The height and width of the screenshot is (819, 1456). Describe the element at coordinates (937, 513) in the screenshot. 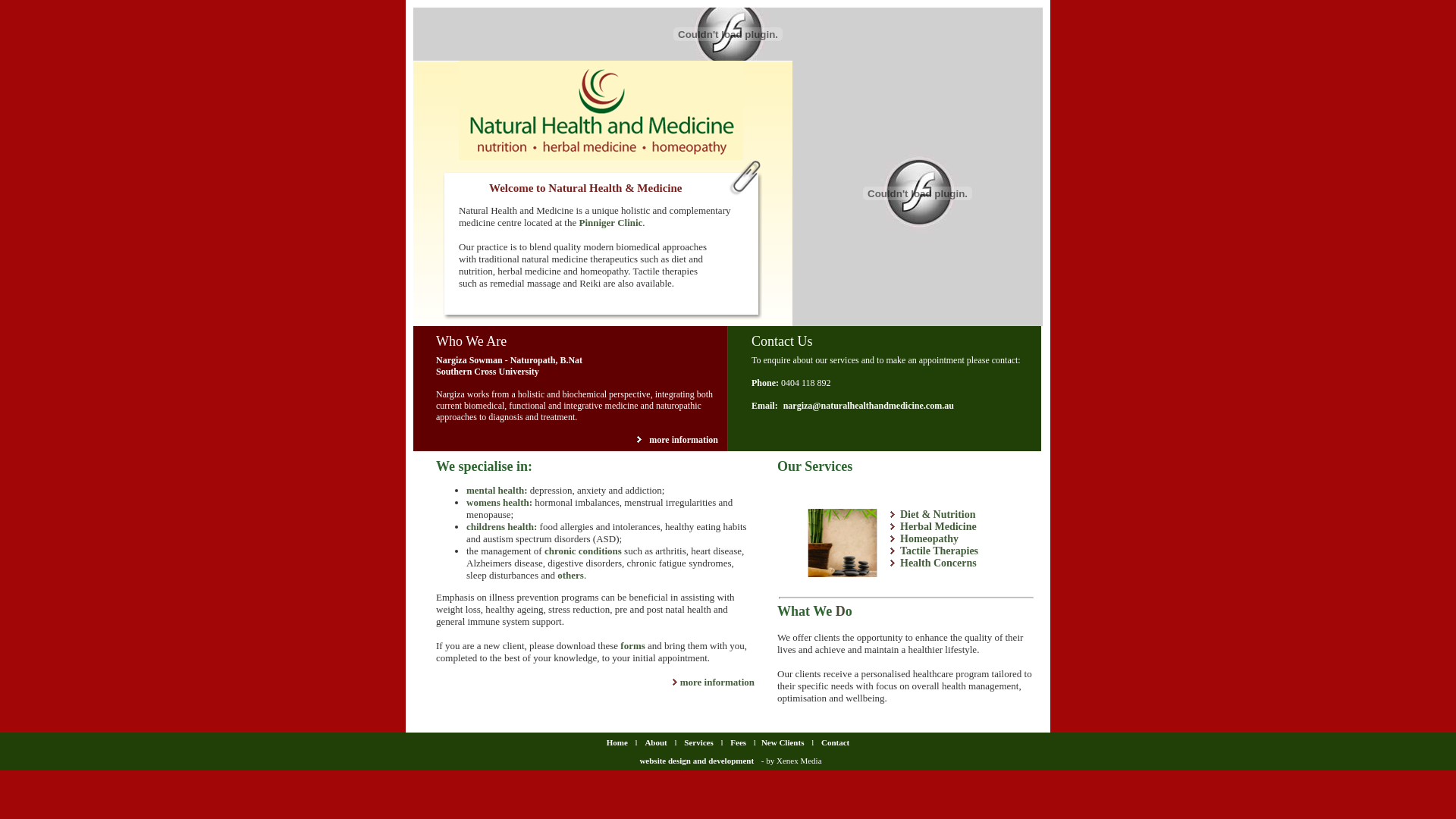

I see `'Diet & Nutrition'` at that location.